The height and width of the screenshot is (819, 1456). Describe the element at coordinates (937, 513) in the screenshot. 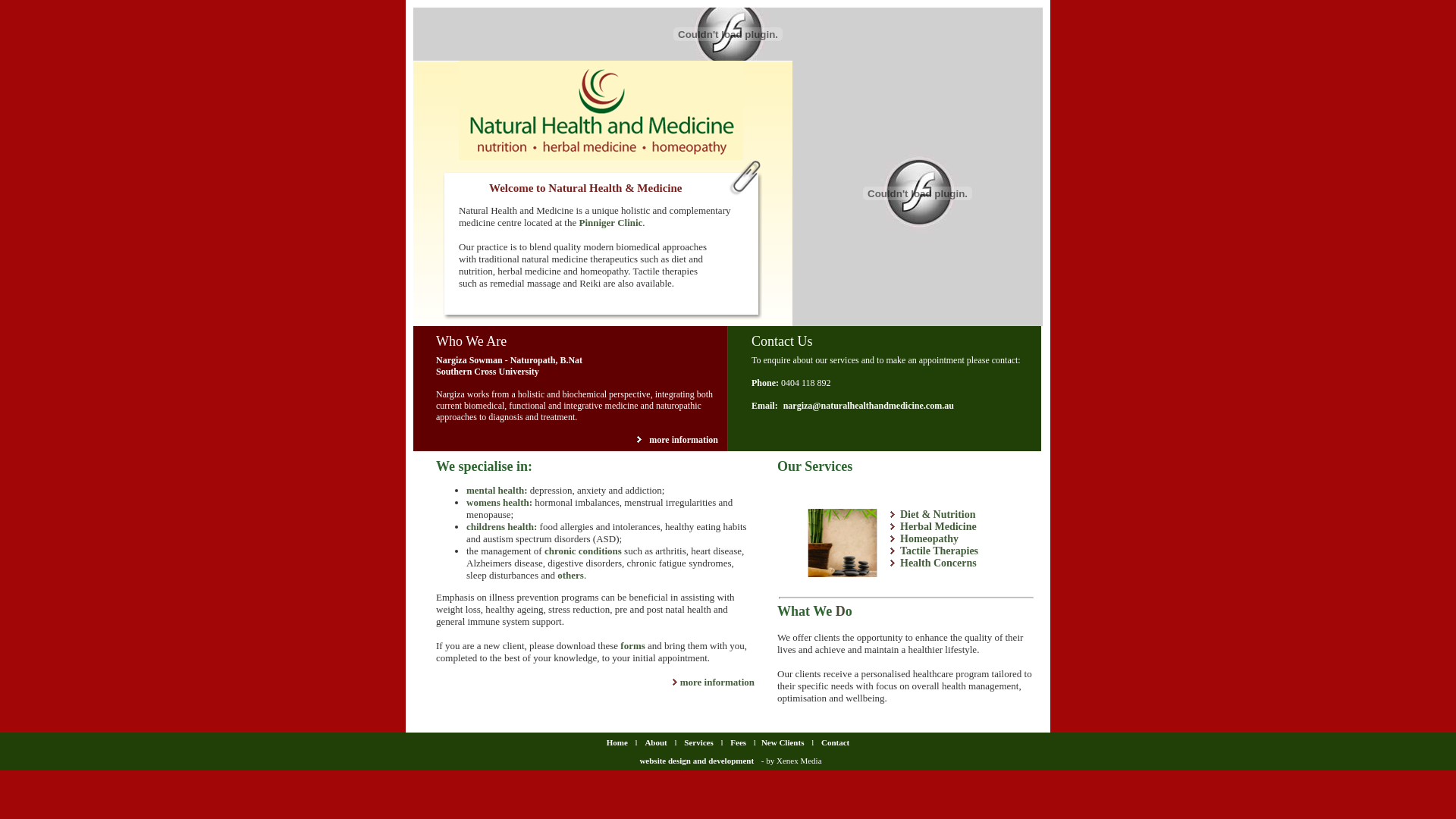

I see `'Diet & Nutrition'` at that location.